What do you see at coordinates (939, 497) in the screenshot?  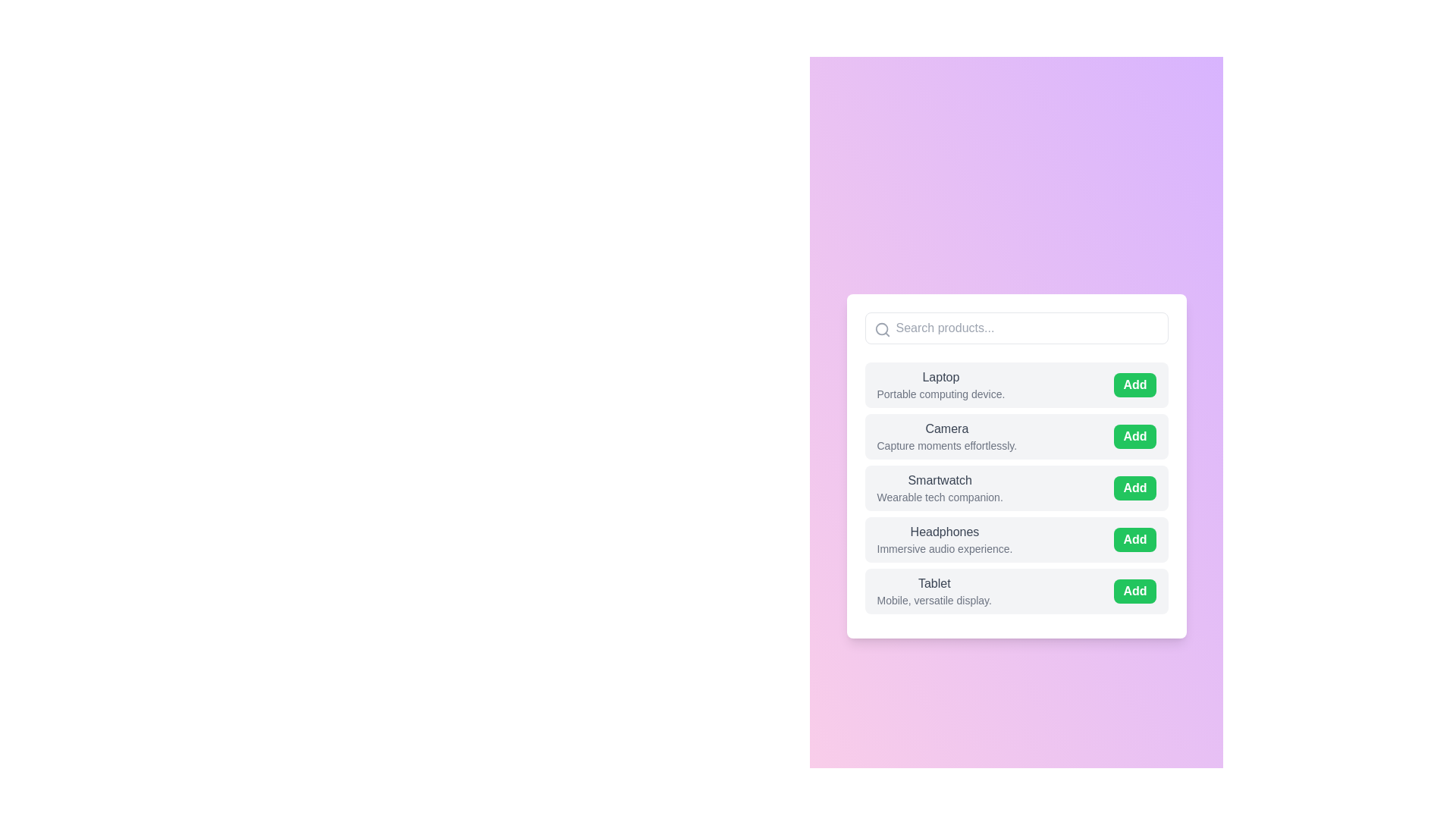 I see `the text label element containing the phrase 'Wearable tech companion.' which is styled with smaller gray text and located directly below the 'Smartwatch' title` at bounding box center [939, 497].